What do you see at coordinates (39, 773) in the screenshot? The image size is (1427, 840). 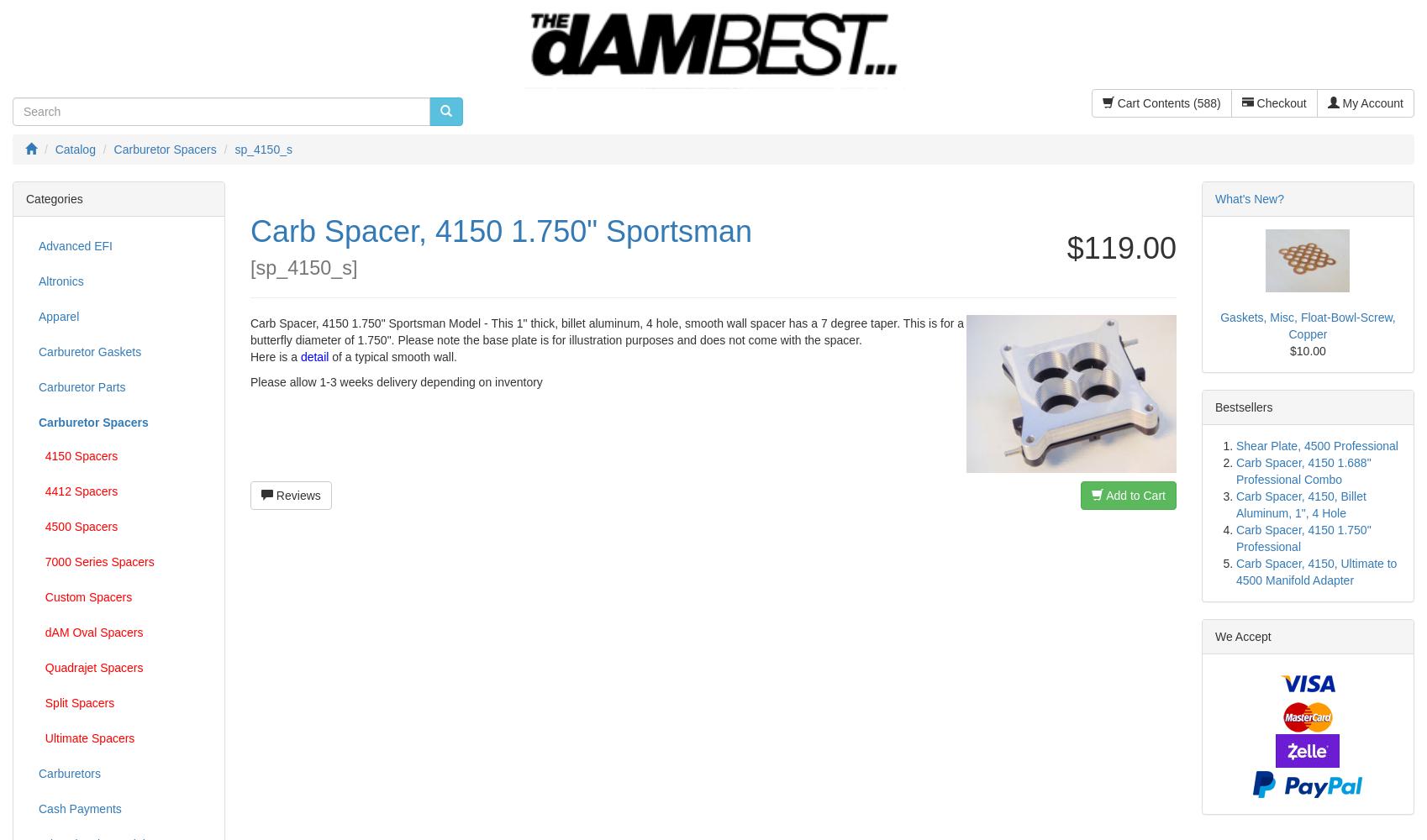 I see `'Carburetors'` at bounding box center [39, 773].